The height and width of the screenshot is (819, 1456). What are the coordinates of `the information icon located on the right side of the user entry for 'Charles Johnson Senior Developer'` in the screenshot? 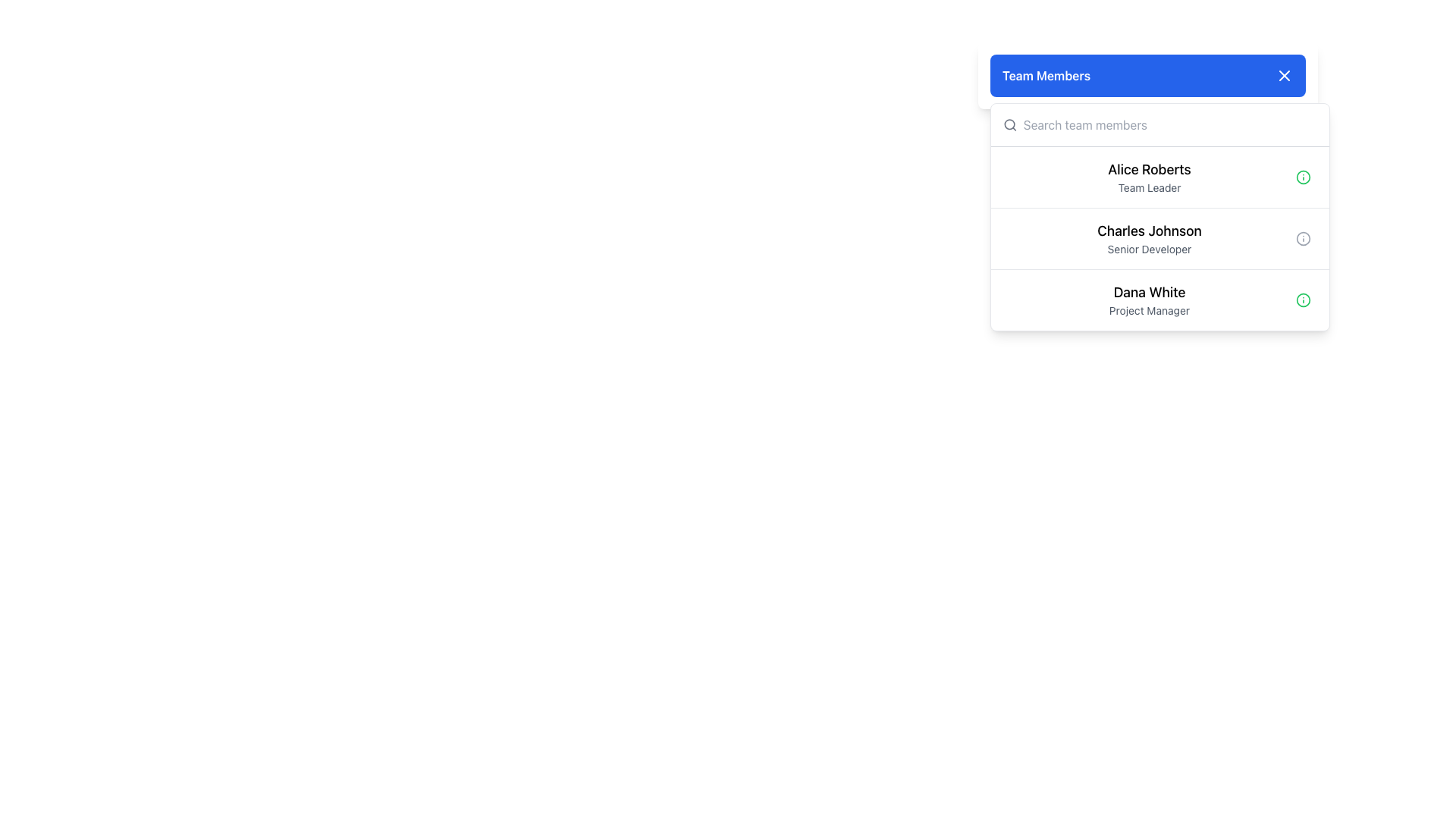 It's located at (1302, 239).